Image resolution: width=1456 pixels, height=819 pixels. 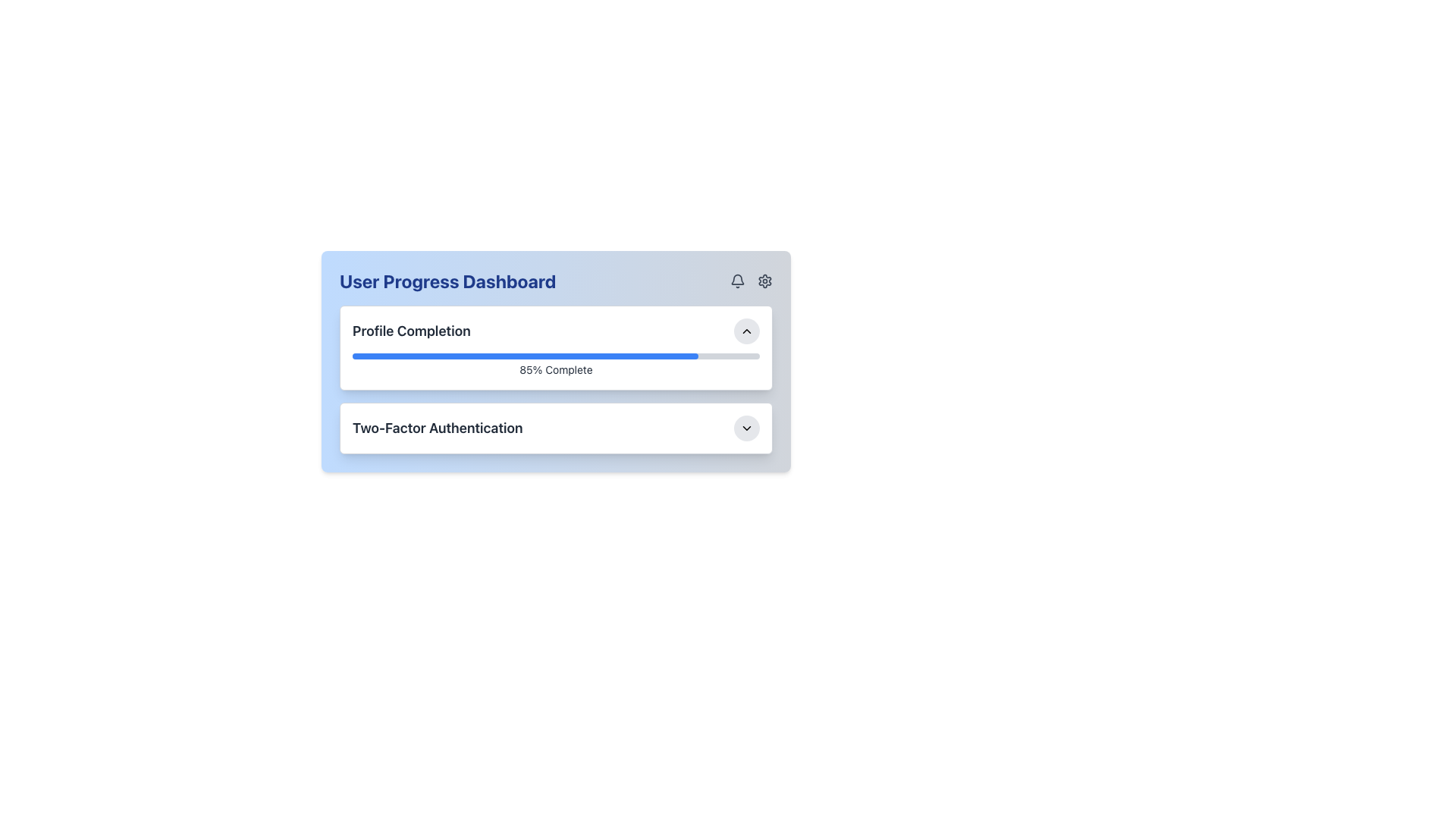 I want to click on title Text Label located in the top-left area of the dashboard view for information, so click(x=447, y=281).